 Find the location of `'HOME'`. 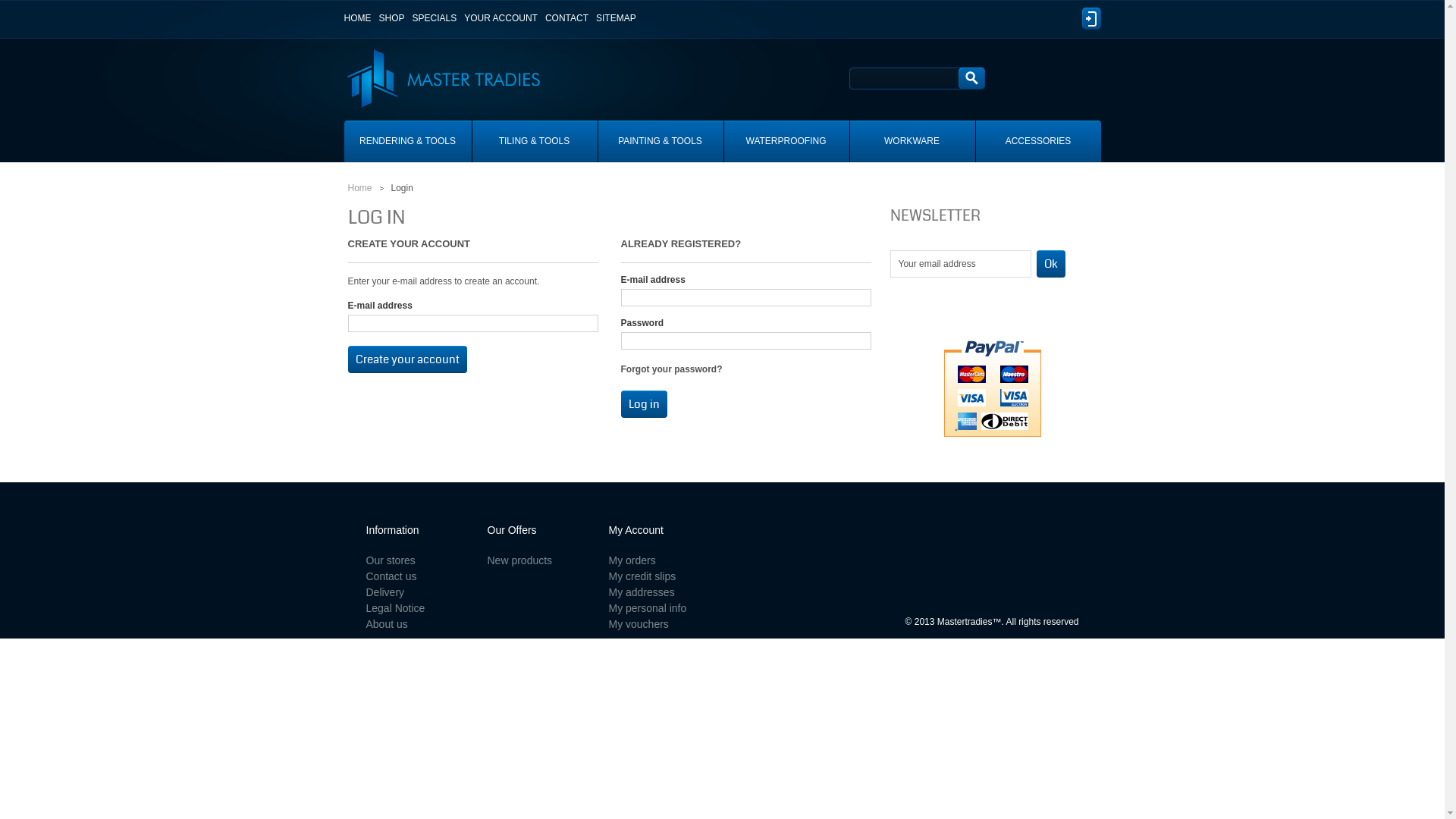

'HOME' is located at coordinates (344, 17).